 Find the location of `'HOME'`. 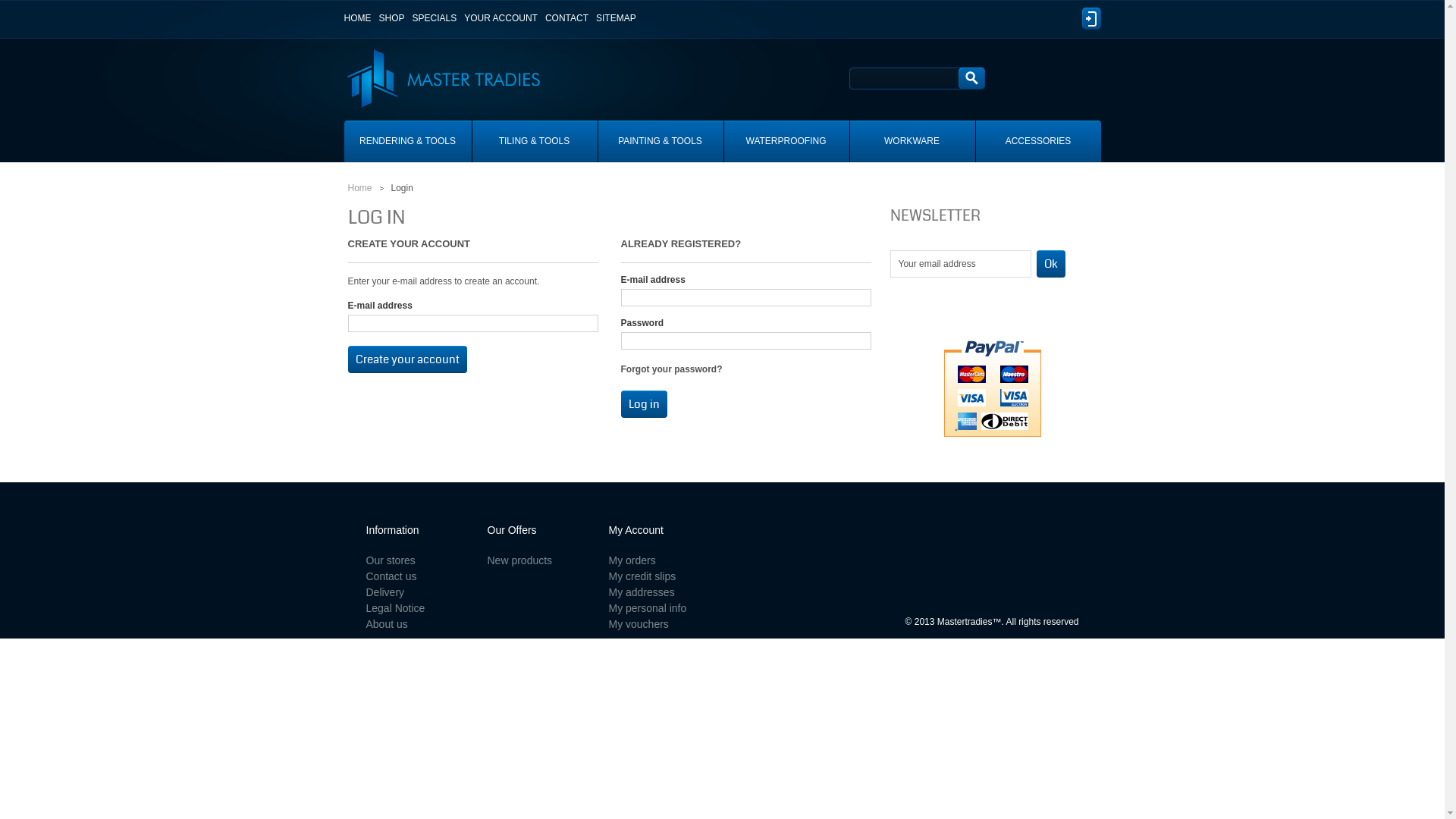

'HOME' is located at coordinates (344, 17).